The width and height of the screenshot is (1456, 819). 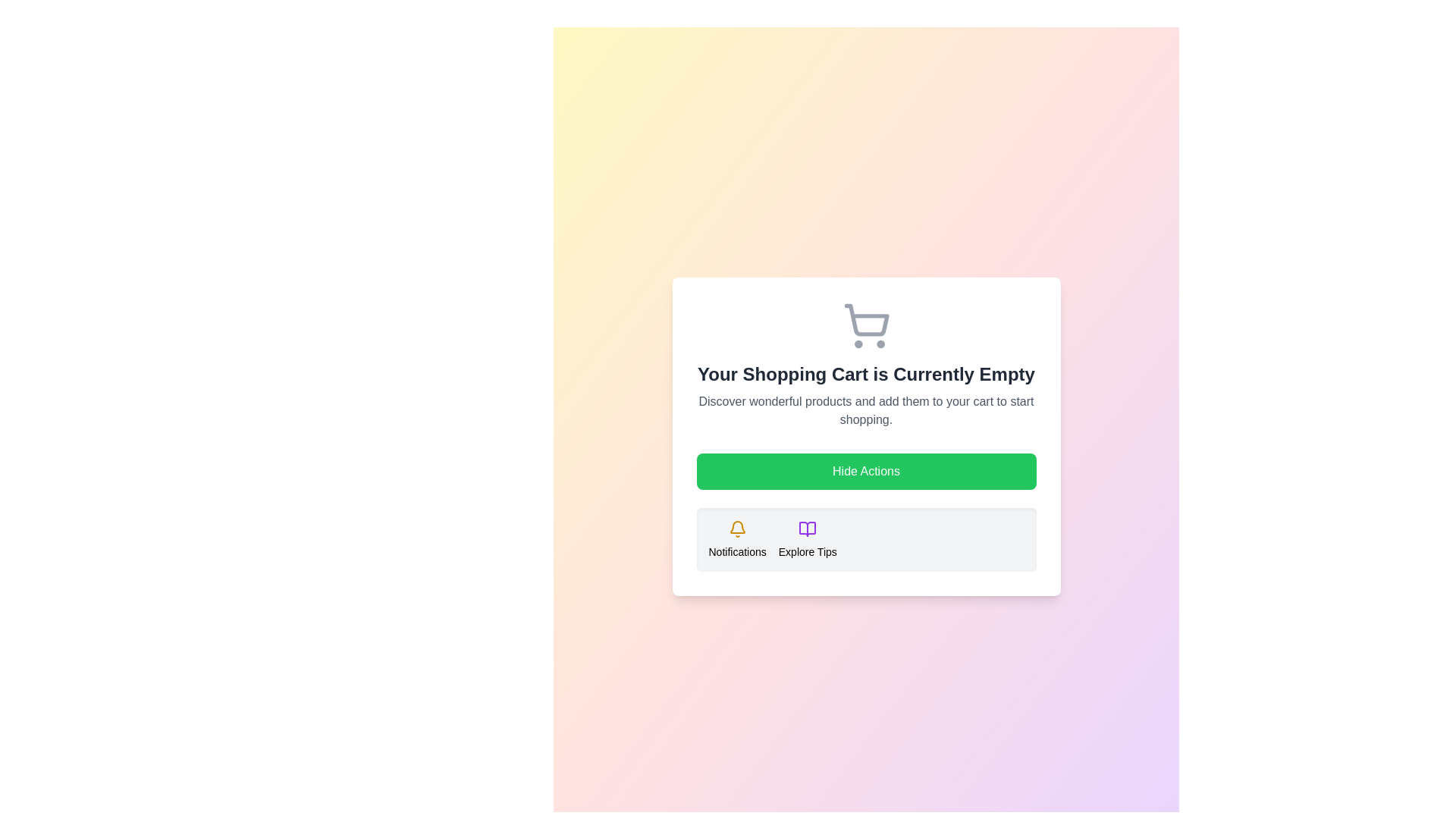 What do you see at coordinates (807, 552) in the screenshot?
I see `the label located in the bottom section of a white card interface, next to the book icon and below the 'Notifications' heading` at bounding box center [807, 552].